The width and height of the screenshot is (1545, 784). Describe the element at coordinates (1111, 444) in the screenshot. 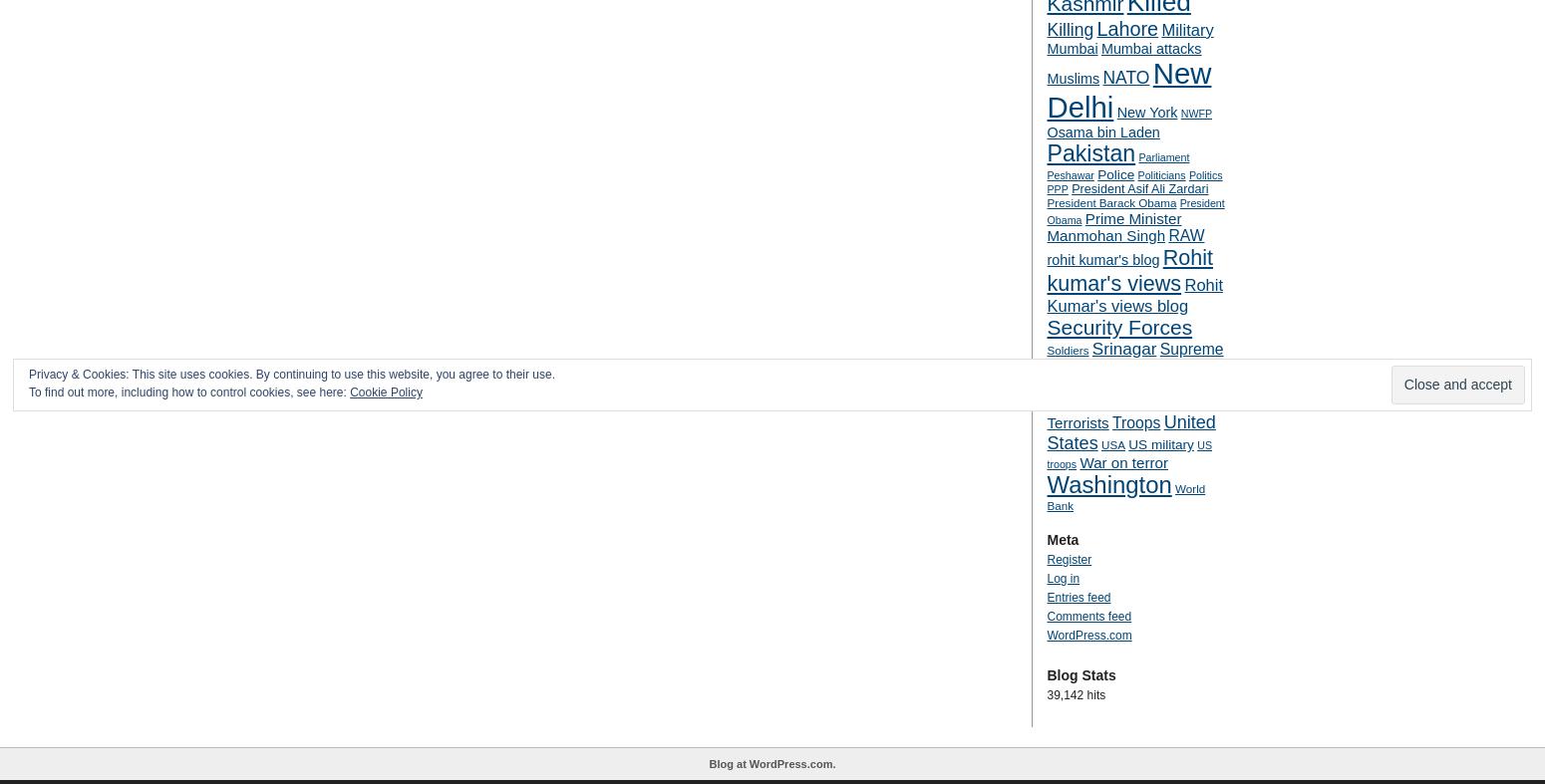

I see `'USA'` at that location.